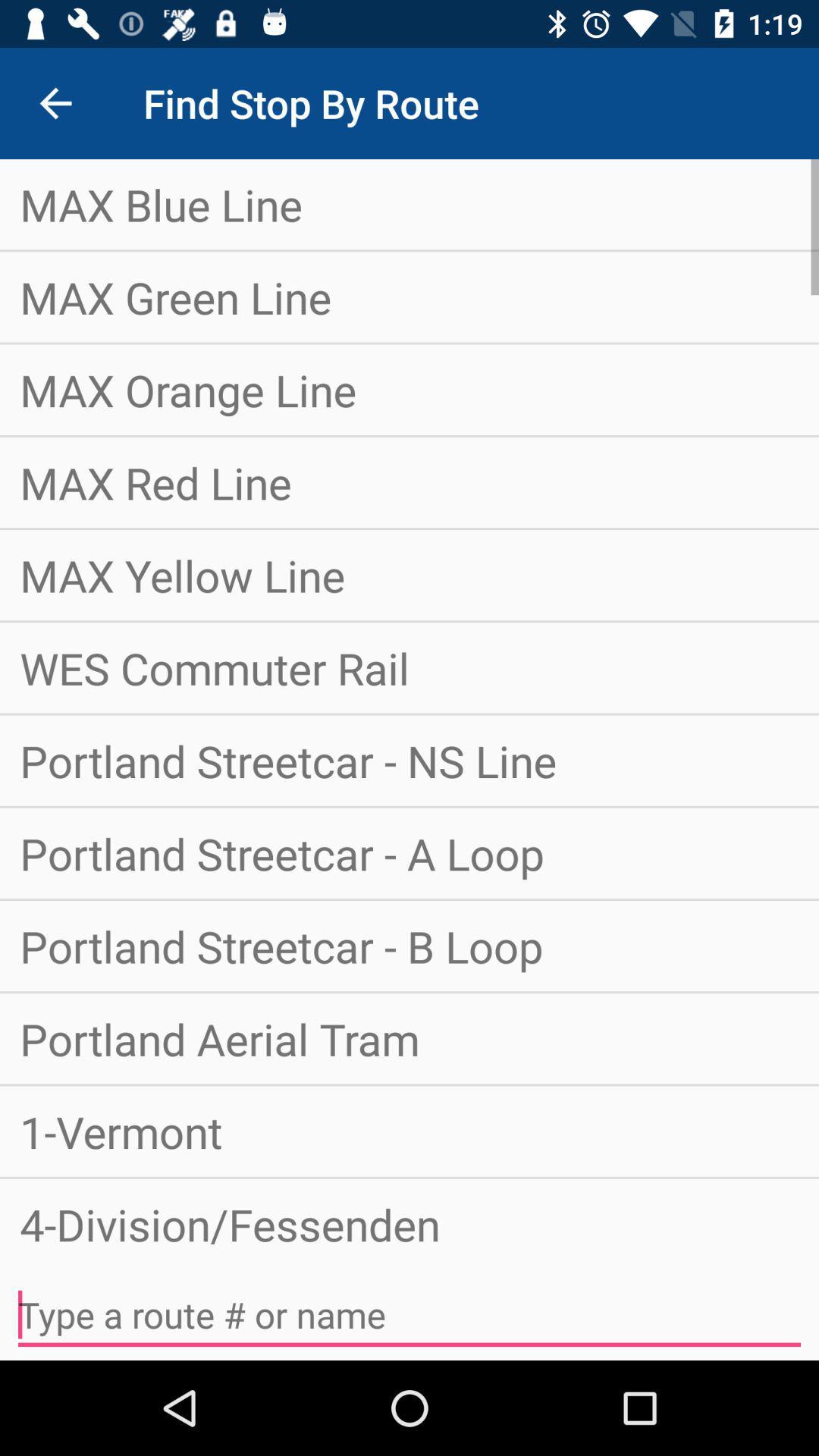  What do you see at coordinates (409, 1314) in the screenshot?
I see `icon below the 4-division/fessenden item` at bounding box center [409, 1314].